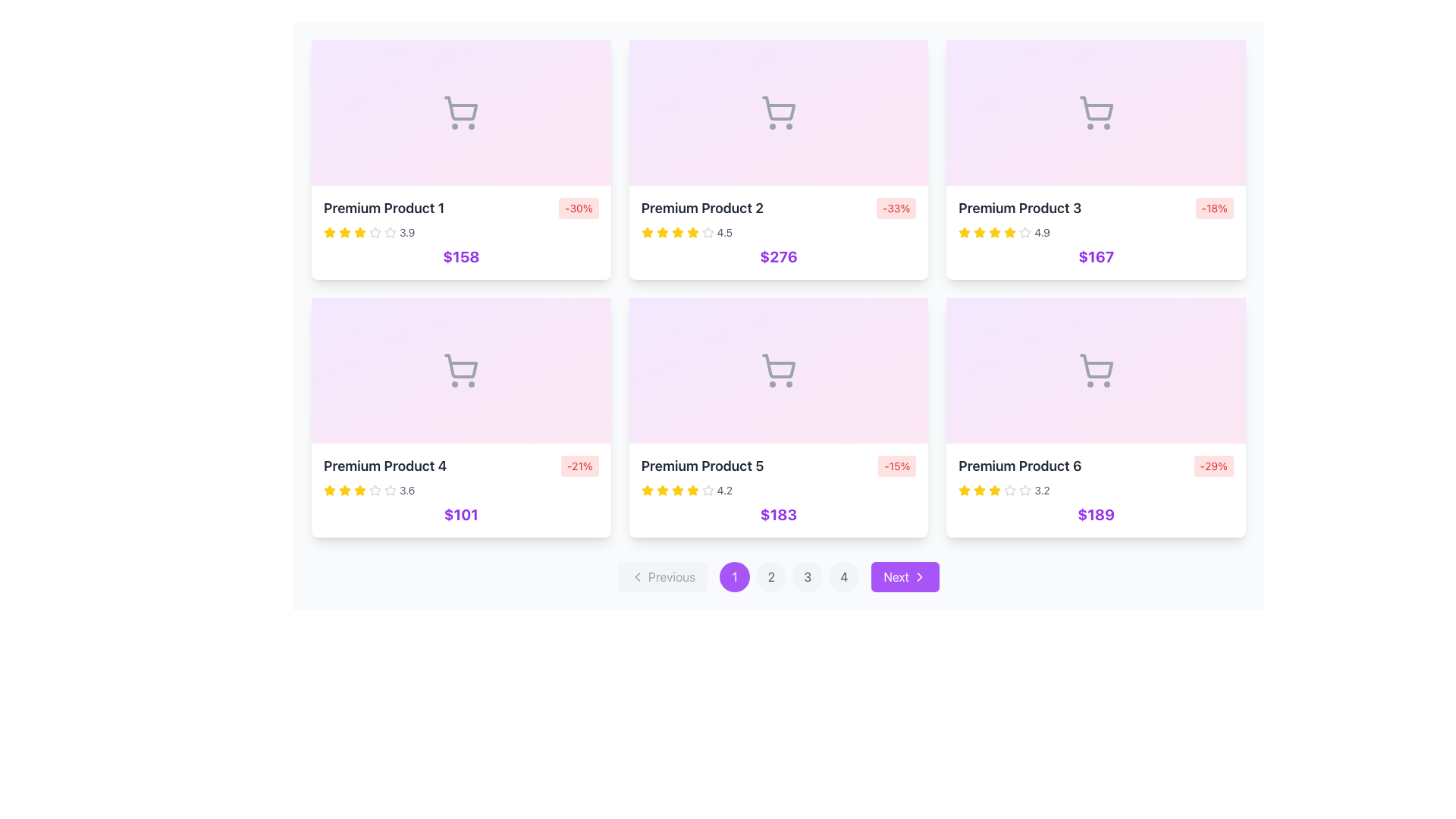  Describe the element at coordinates (779, 112) in the screenshot. I see `the graphical placeholder representing 'Premium Product 2', which features a faded gradient background from purple to pink and a gray shopping cart icon in the center` at that location.